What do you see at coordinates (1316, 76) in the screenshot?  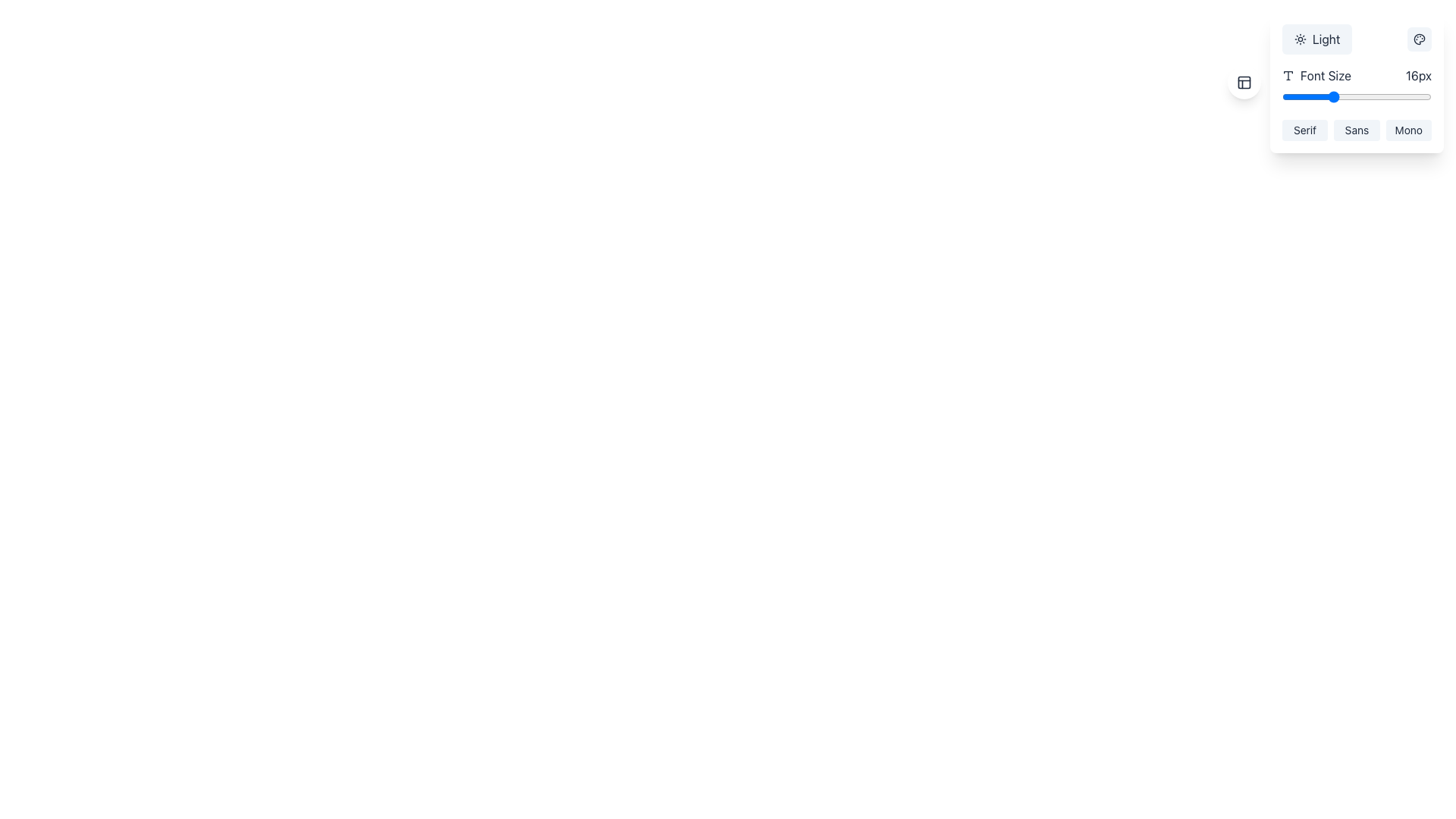 I see `the 'Font Size' label that includes an icon of a letter 'T' on its left side, located near the top-right part of the interface` at bounding box center [1316, 76].